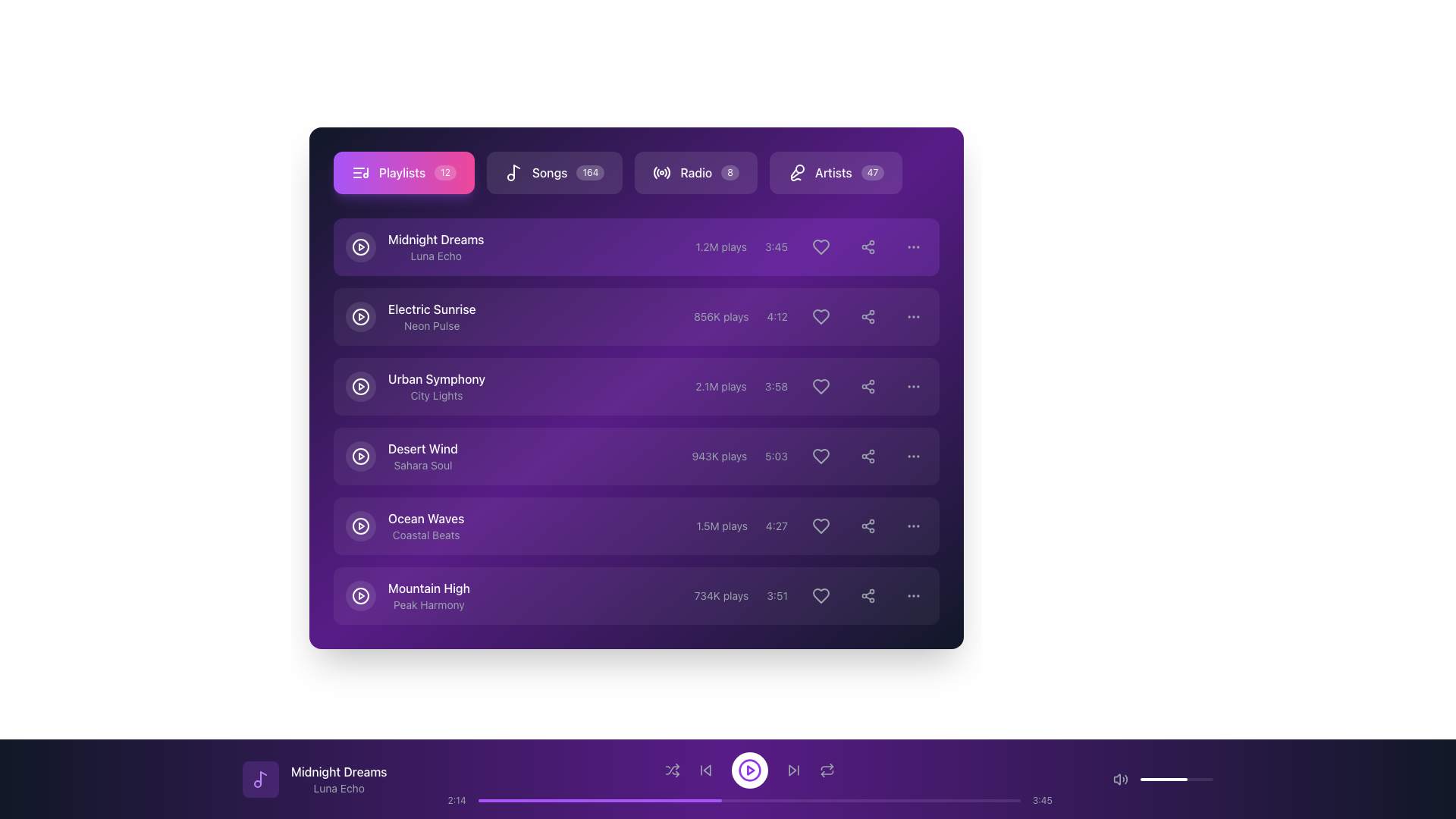 The image size is (1456, 819). What do you see at coordinates (721, 526) in the screenshot?
I see `the text label indicating the number of plays for the track 'Ocean Waves' in the playlist interface, located between the song title and track duration` at bounding box center [721, 526].